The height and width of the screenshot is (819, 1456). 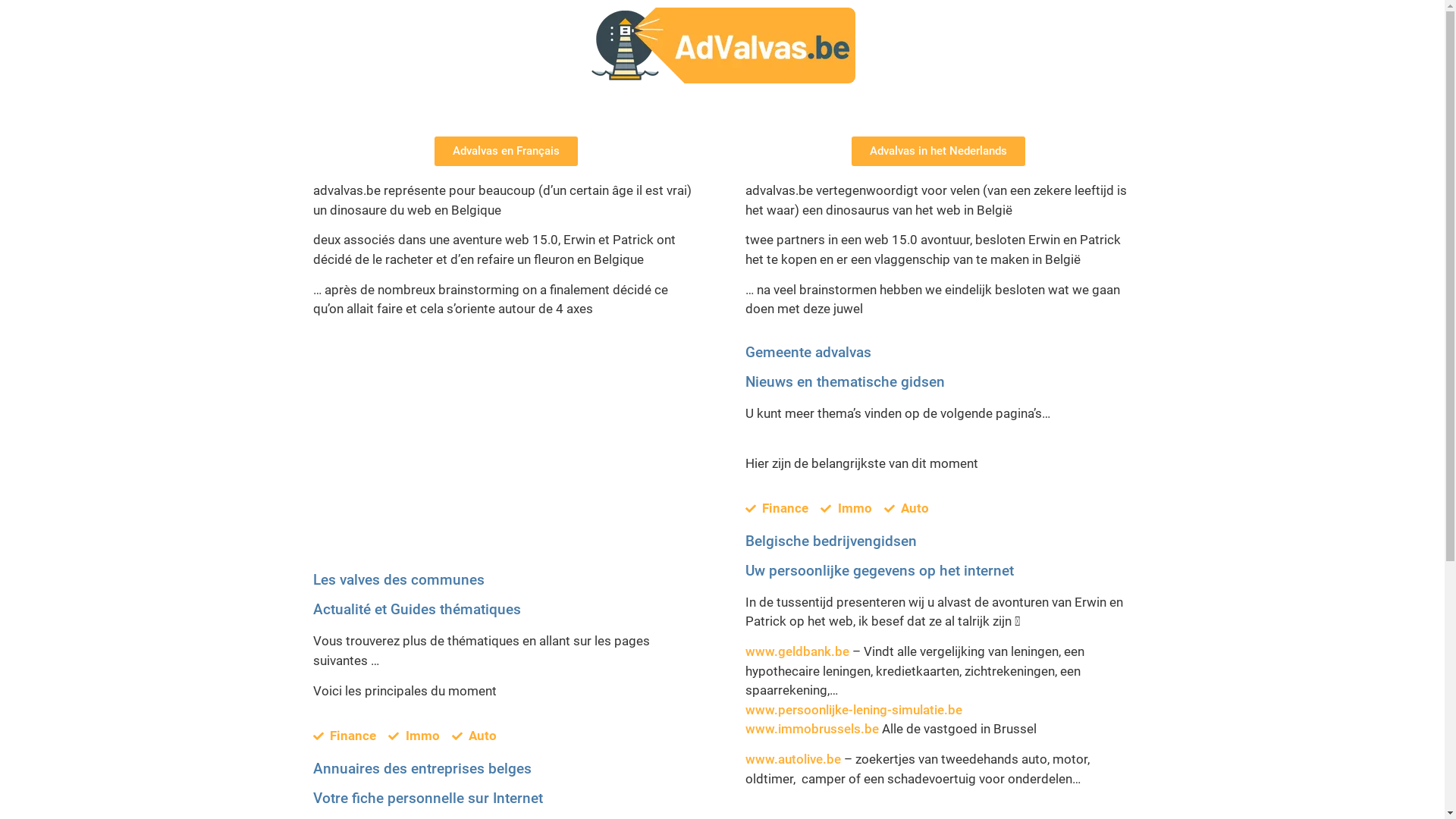 What do you see at coordinates (506, 458) in the screenshot?
I see `'Advertisement'` at bounding box center [506, 458].